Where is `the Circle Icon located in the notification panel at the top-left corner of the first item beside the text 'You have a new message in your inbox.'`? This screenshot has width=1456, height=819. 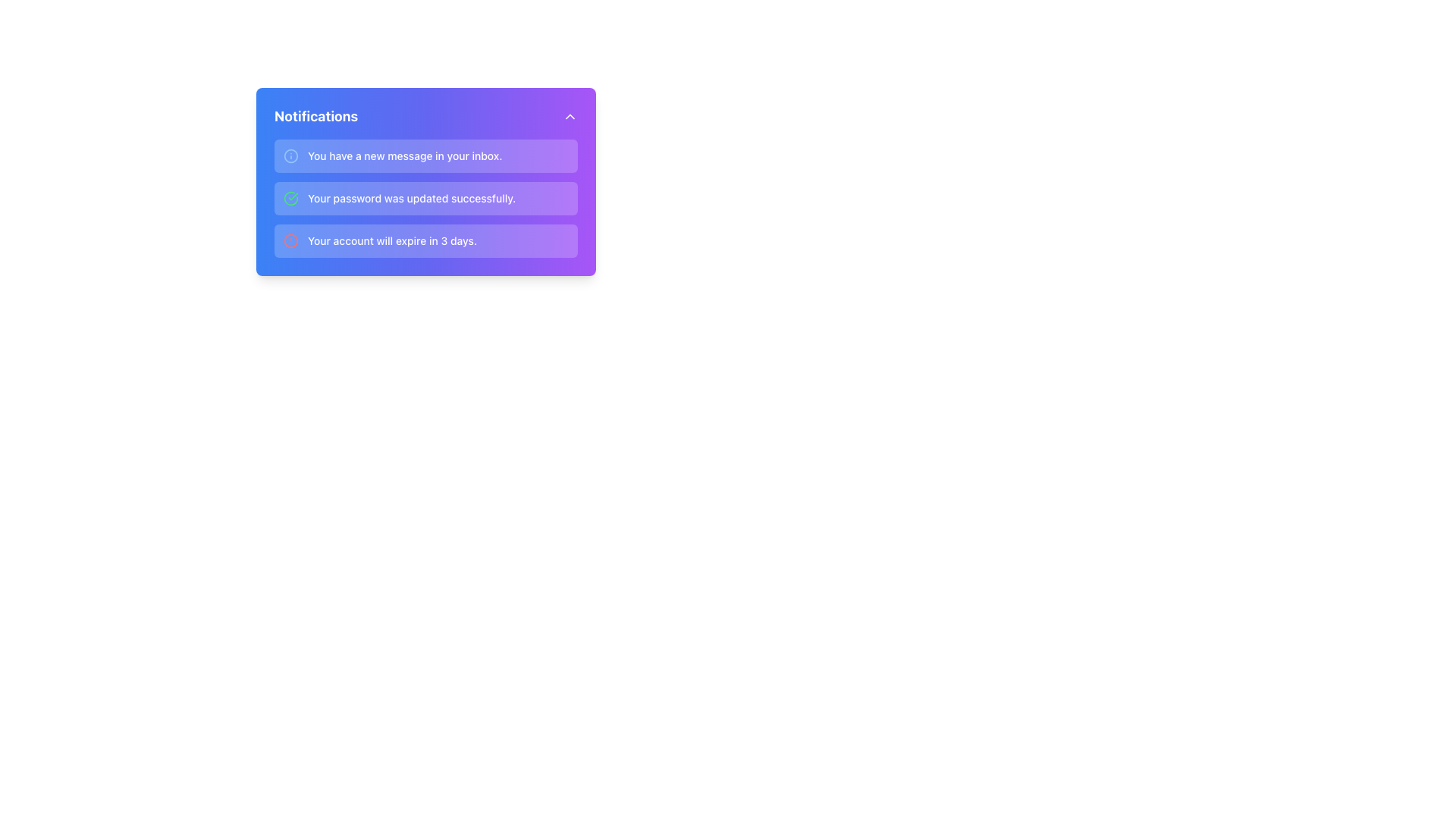 the Circle Icon located in the notification panel at the top-left corner of the first item beside the text 'You have a new message in your inbox.' is located at coordinates (291, 155).